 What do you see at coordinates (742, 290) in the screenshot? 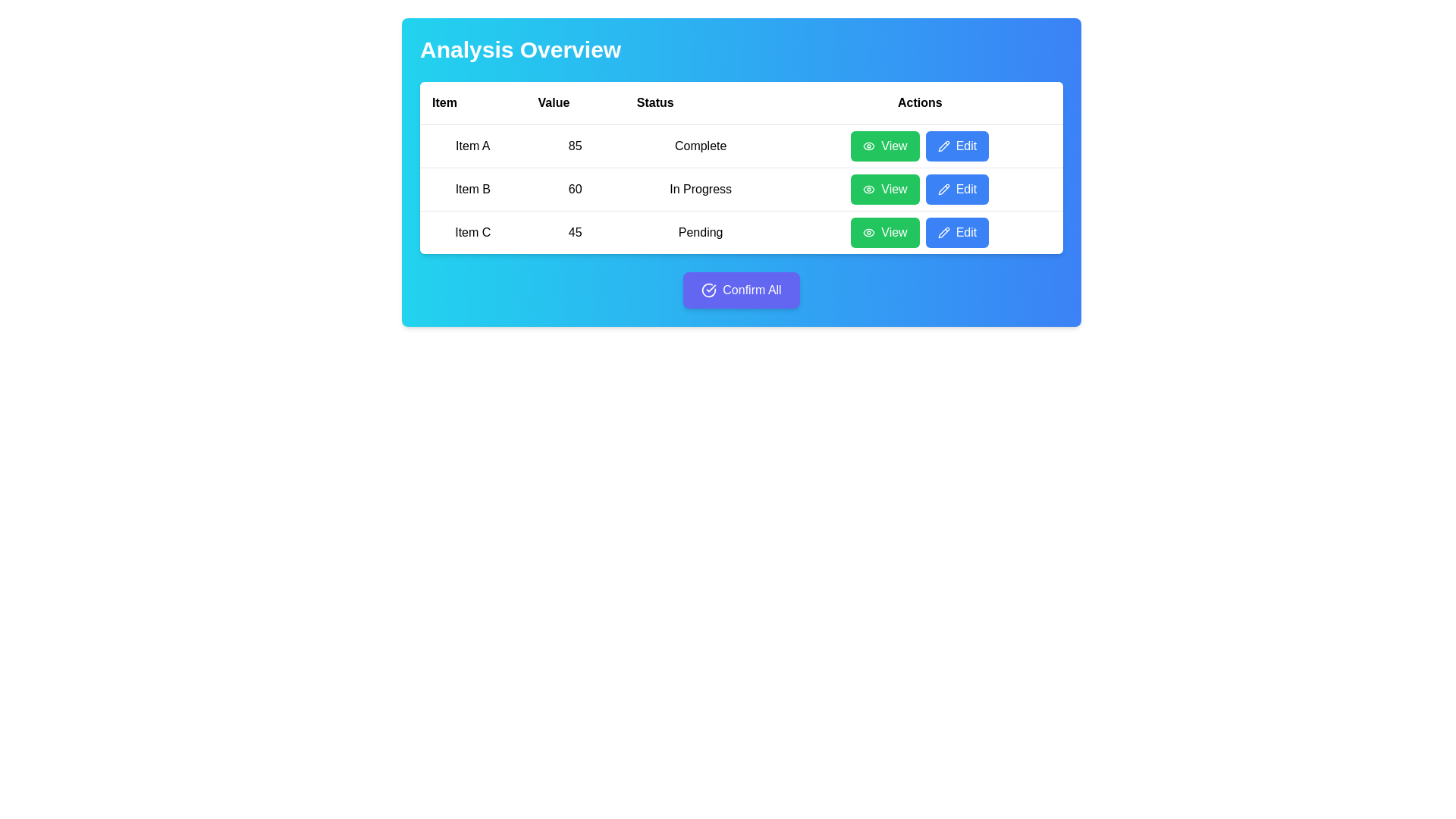
I see `the 'Confirm All' button with a violet gradient background and a check icon to confirm all actions` at bounding box center [742, 290].